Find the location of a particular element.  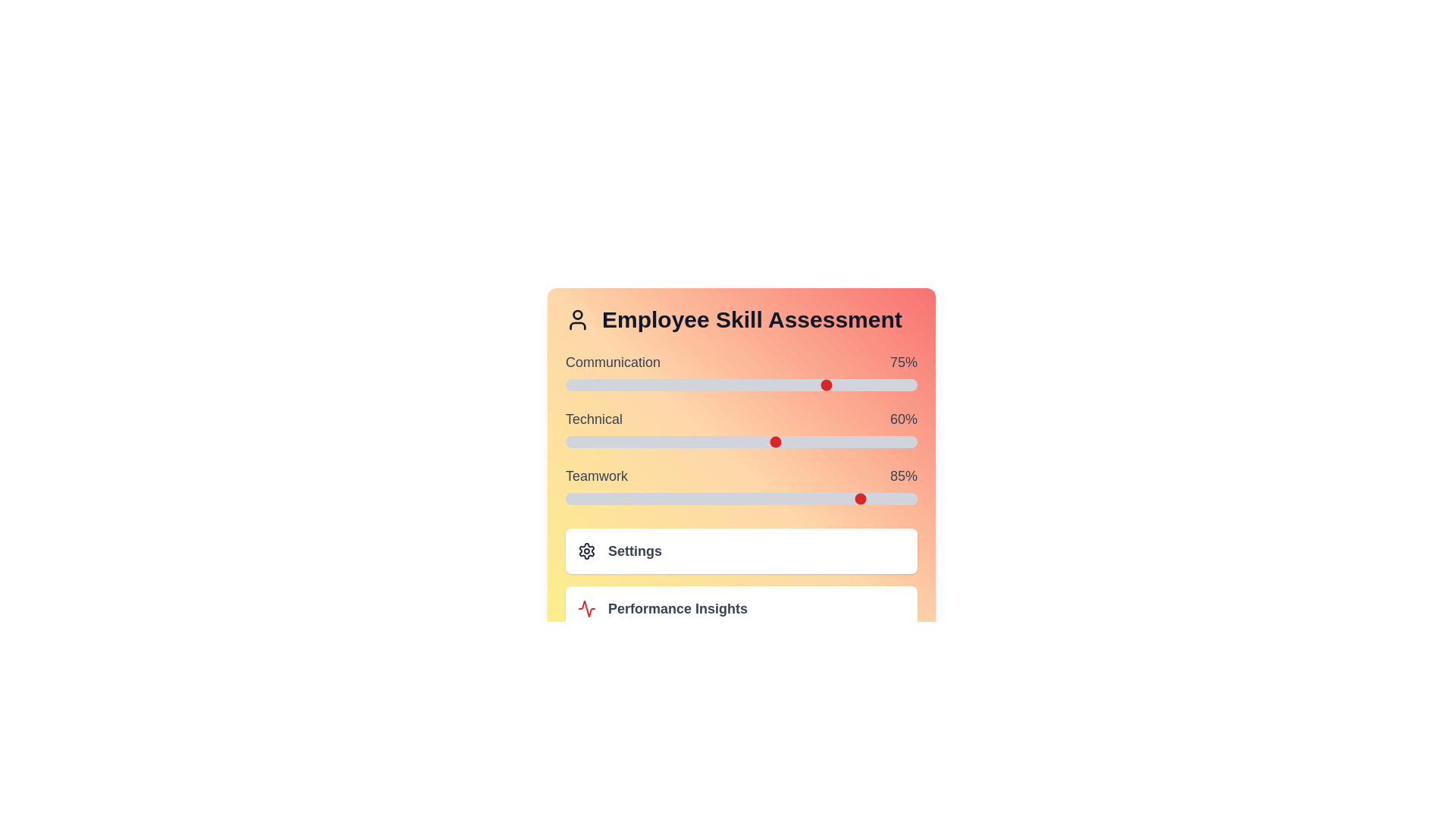

the 'Settings' button to open configuration options is located at coordinates (742, 551).